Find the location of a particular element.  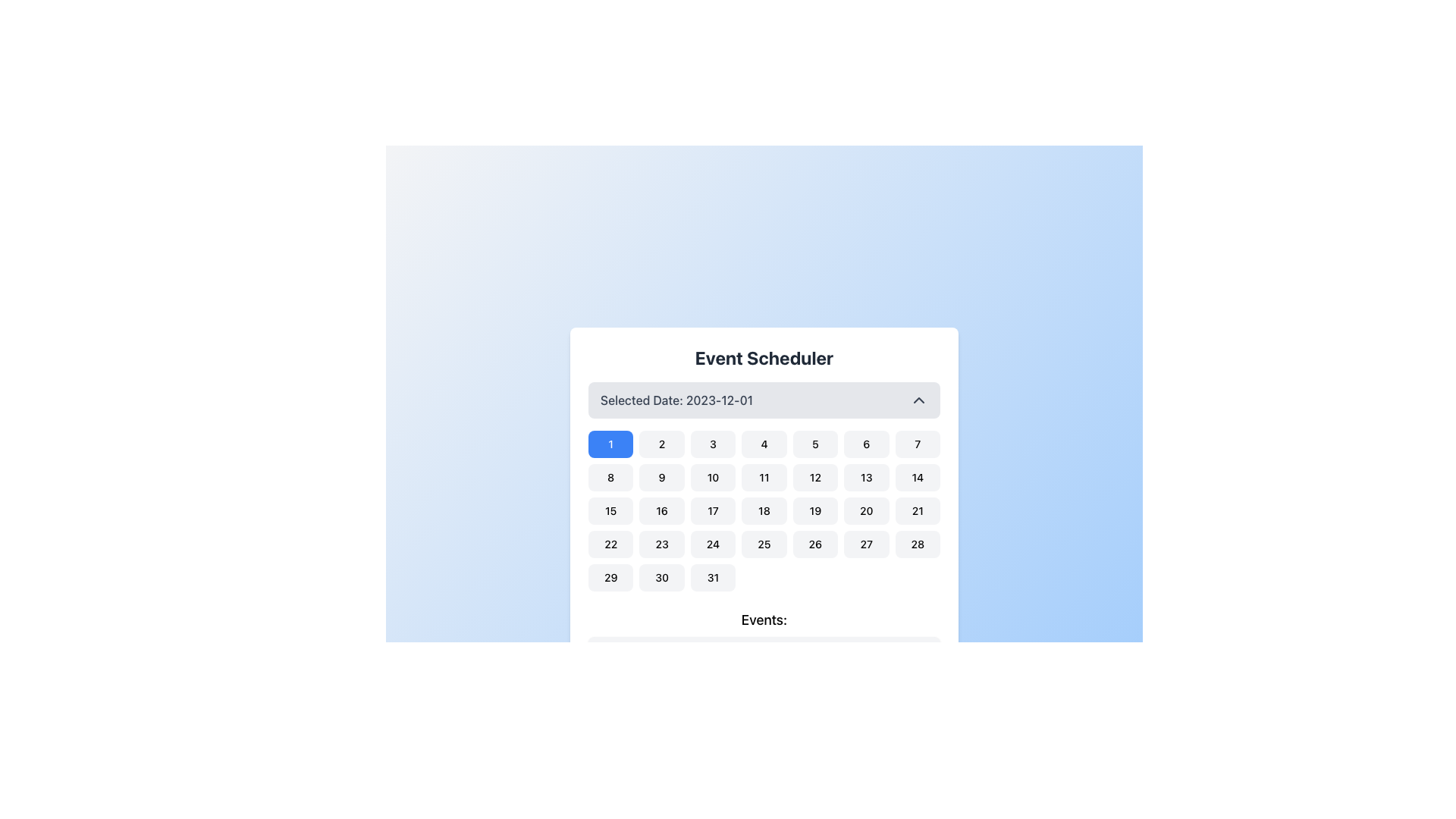

the rectangular button with rounded edges containing the number '10' is located at coordinates (712, 476).